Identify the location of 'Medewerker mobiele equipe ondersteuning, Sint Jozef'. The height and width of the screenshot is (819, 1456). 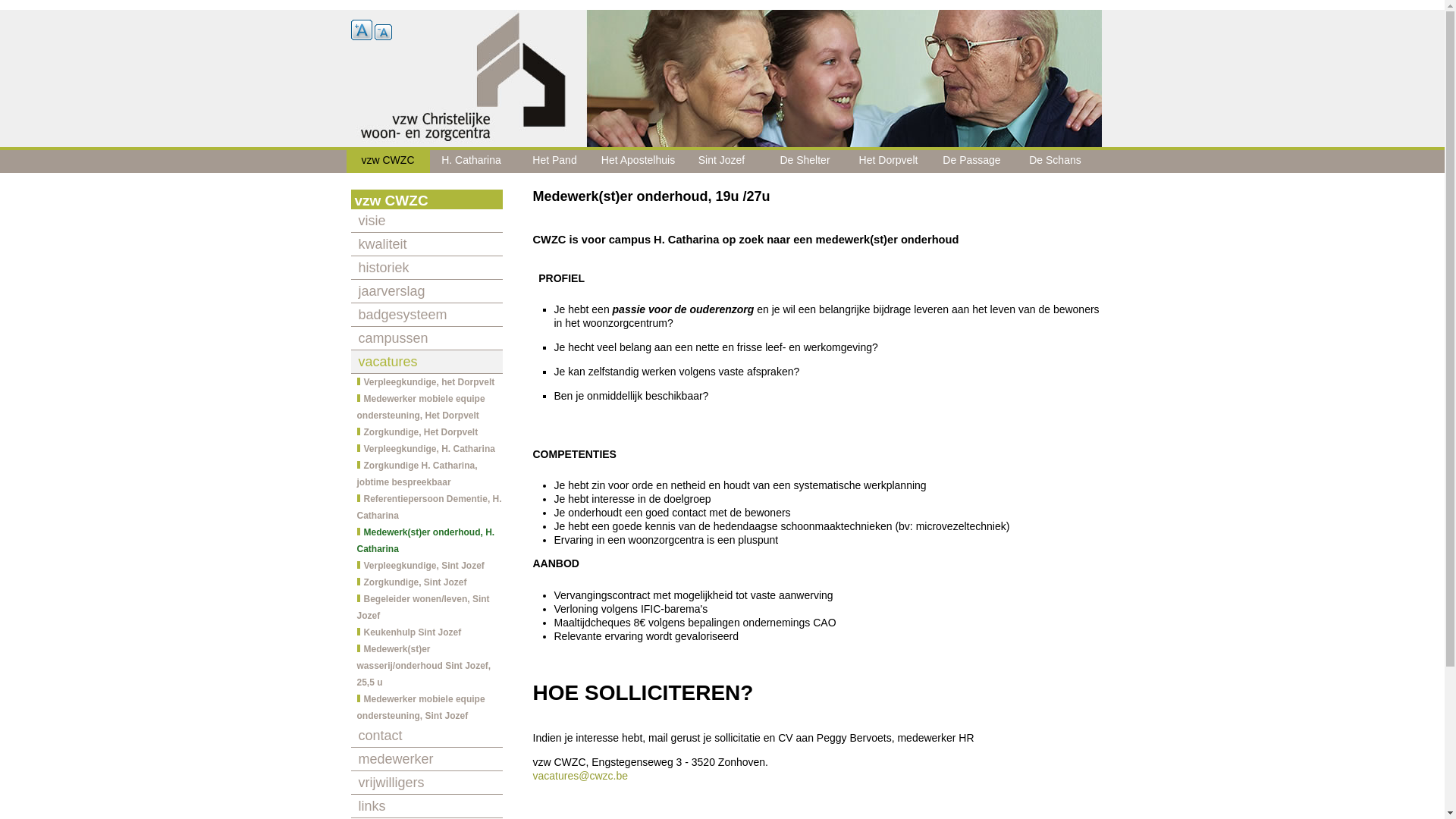
(425, 708).